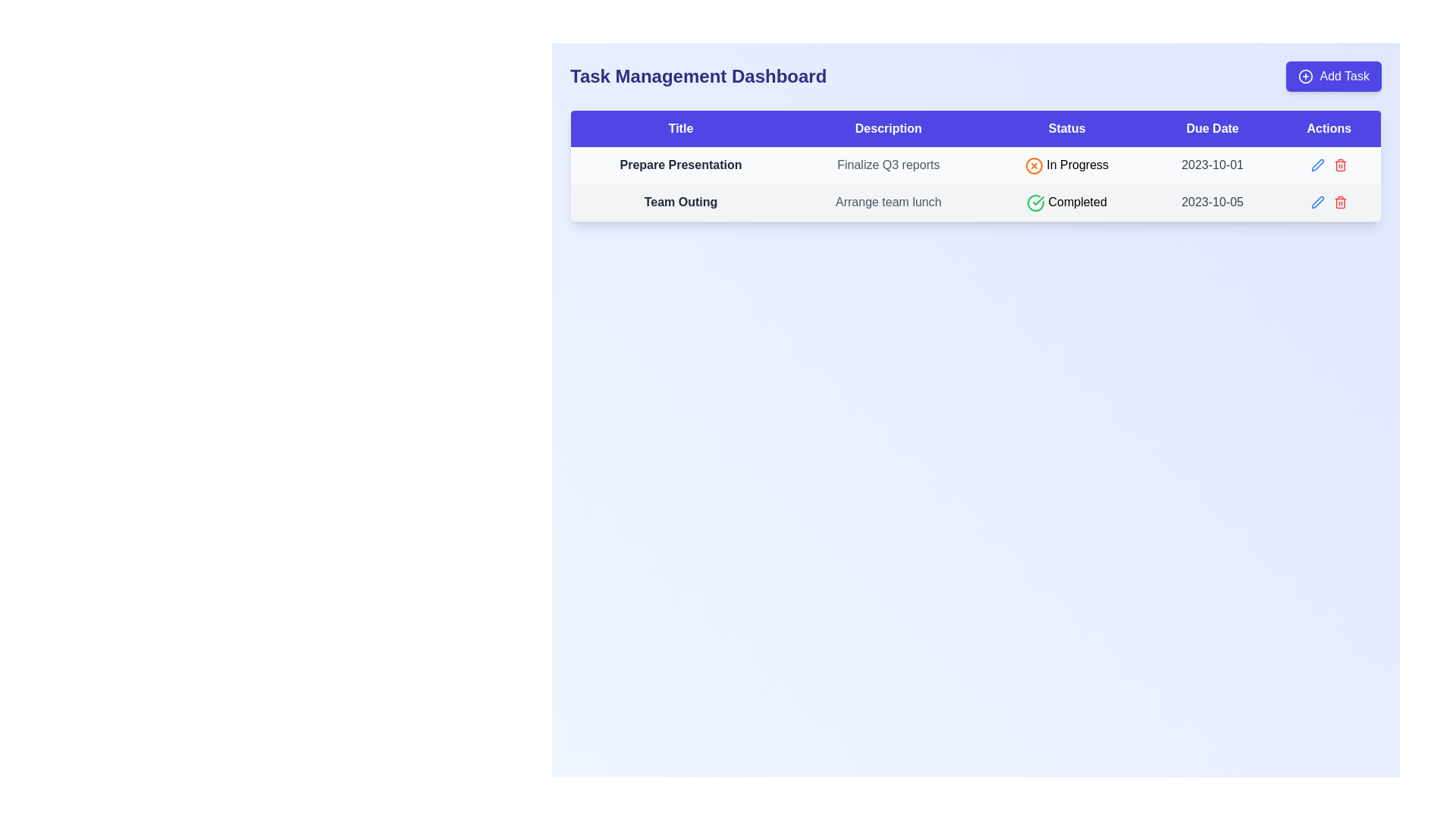  What do you see at coordinates (679, 202) in the screenshot?
I see `the Text Label in the 'Title' column of the second row in the 'Task Management Dashboard', which identifies the task` at bounding box center [679, 202].